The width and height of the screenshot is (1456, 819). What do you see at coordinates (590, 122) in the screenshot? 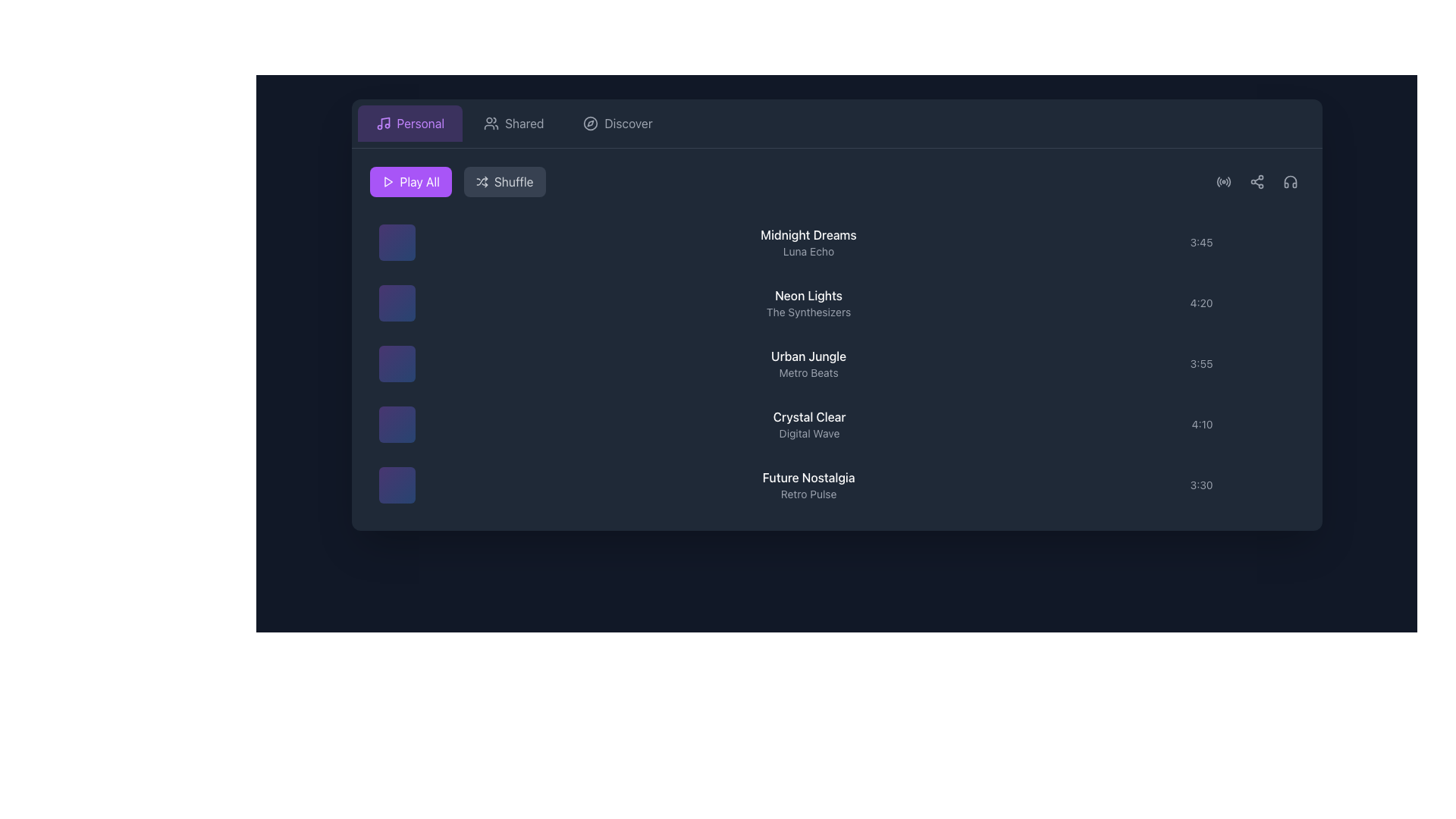
I see `the circular compass icon located in the navigation bar under the 'Discover' tab, positioned to the left of the 'Discover' text label` at bounding box center [590, 122].